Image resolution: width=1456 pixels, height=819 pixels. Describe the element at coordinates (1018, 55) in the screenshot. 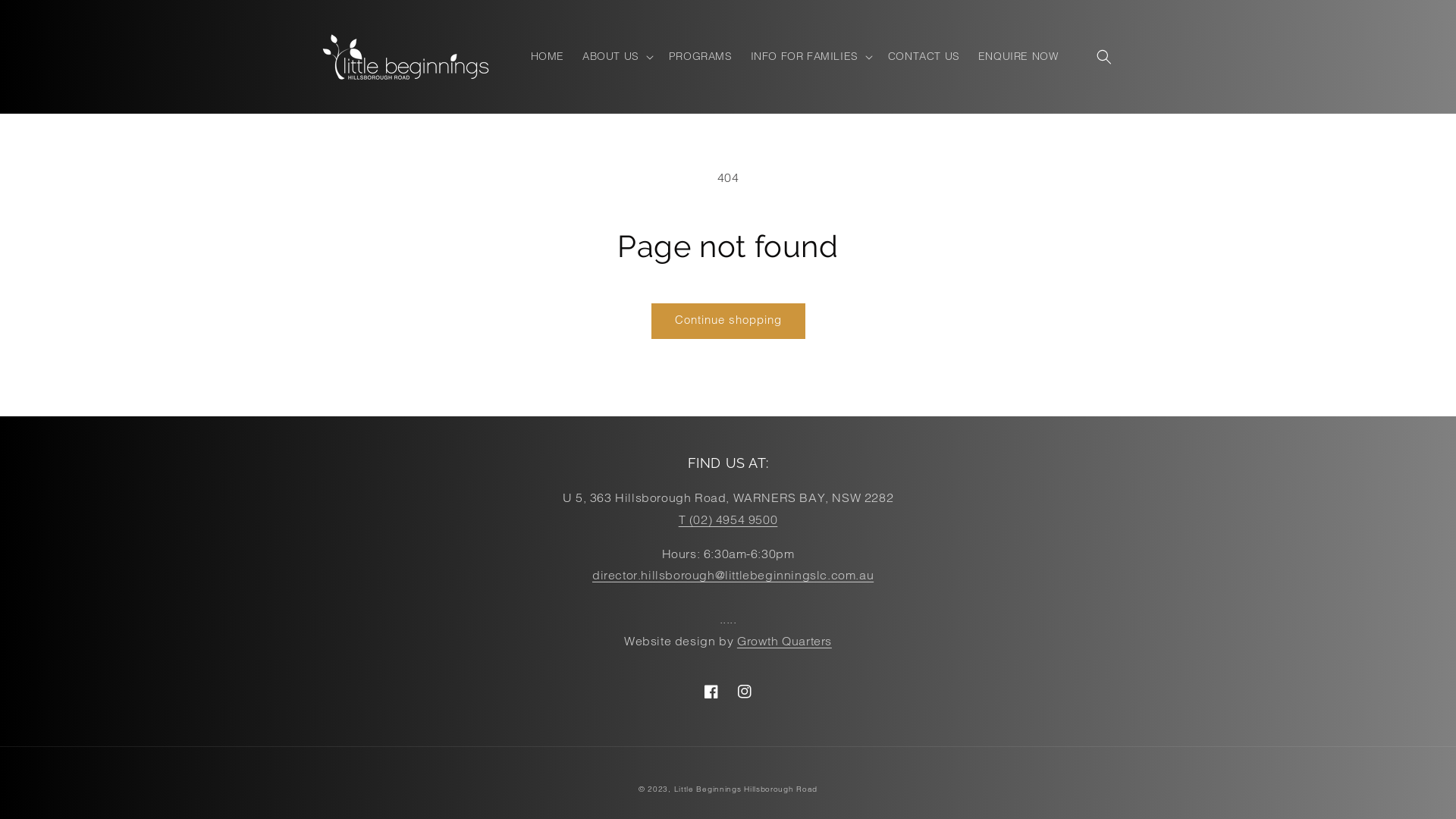

I see `'ENQUIRE NOW'` at that location.